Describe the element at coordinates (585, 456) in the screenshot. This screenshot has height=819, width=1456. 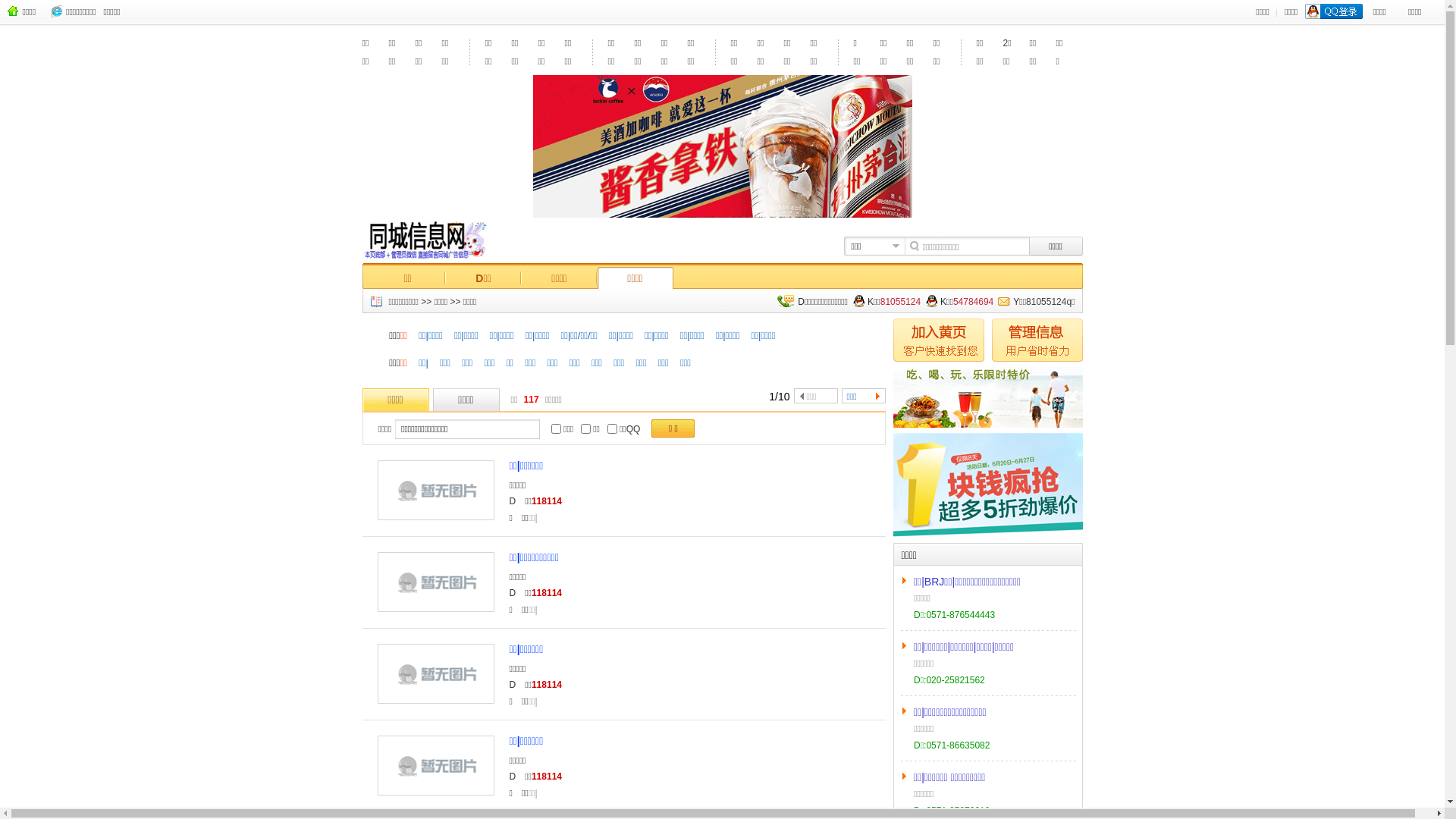
I see `'on'` at that location.